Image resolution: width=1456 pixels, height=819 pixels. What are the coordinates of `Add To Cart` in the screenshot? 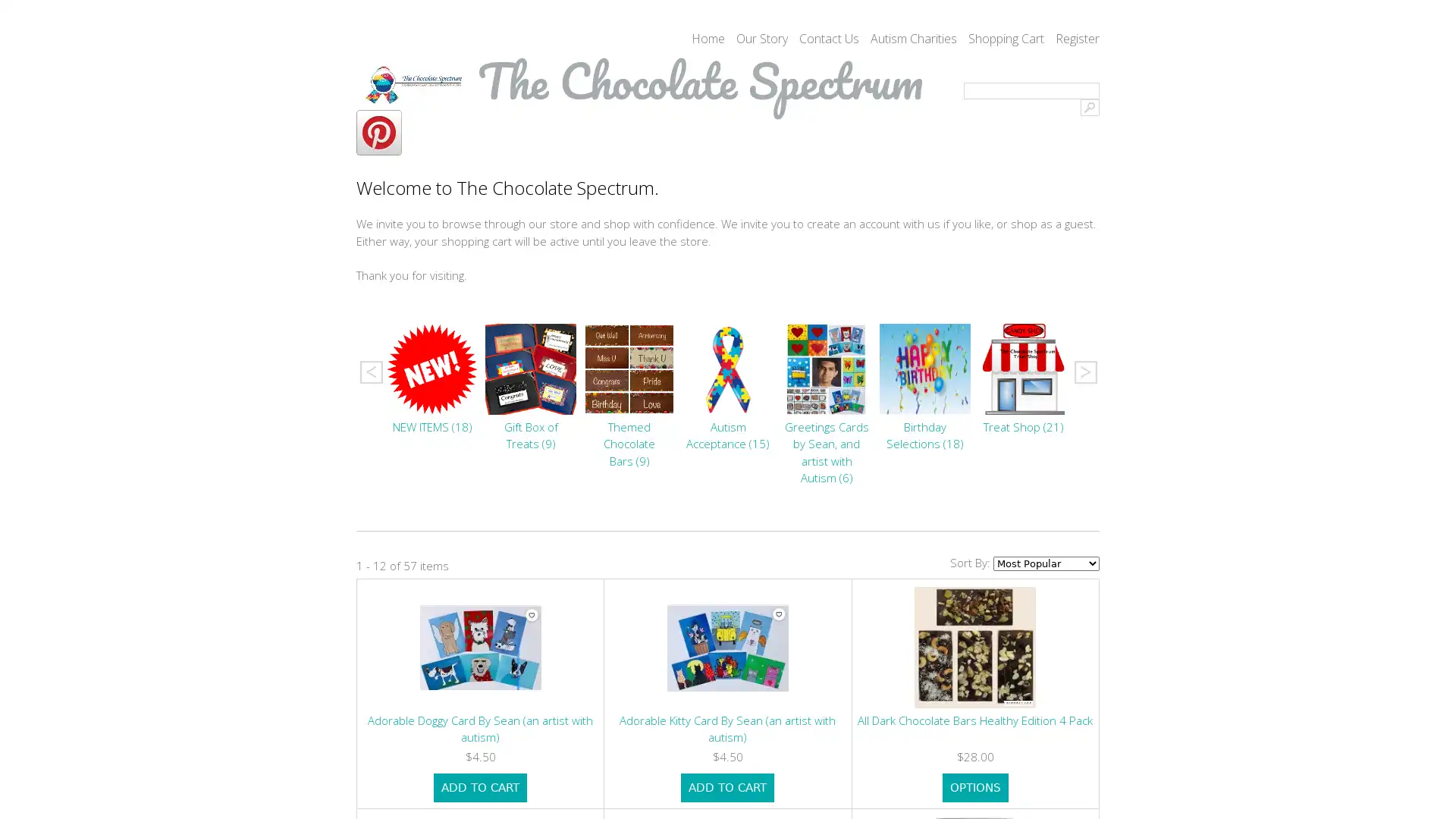 It's located at (479, 786).